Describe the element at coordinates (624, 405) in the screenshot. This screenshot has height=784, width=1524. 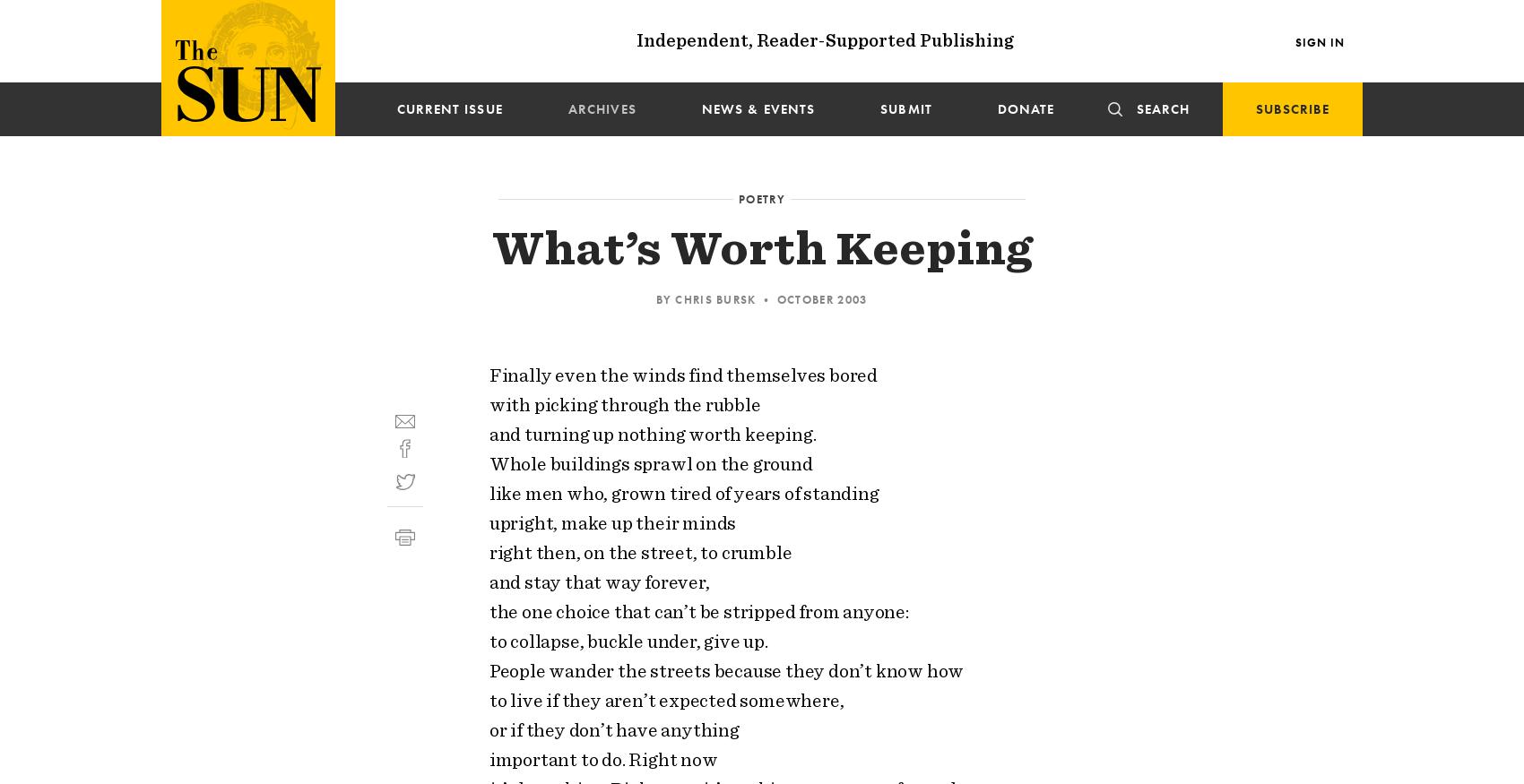
I see `'with picking through the rubble'` at that location.